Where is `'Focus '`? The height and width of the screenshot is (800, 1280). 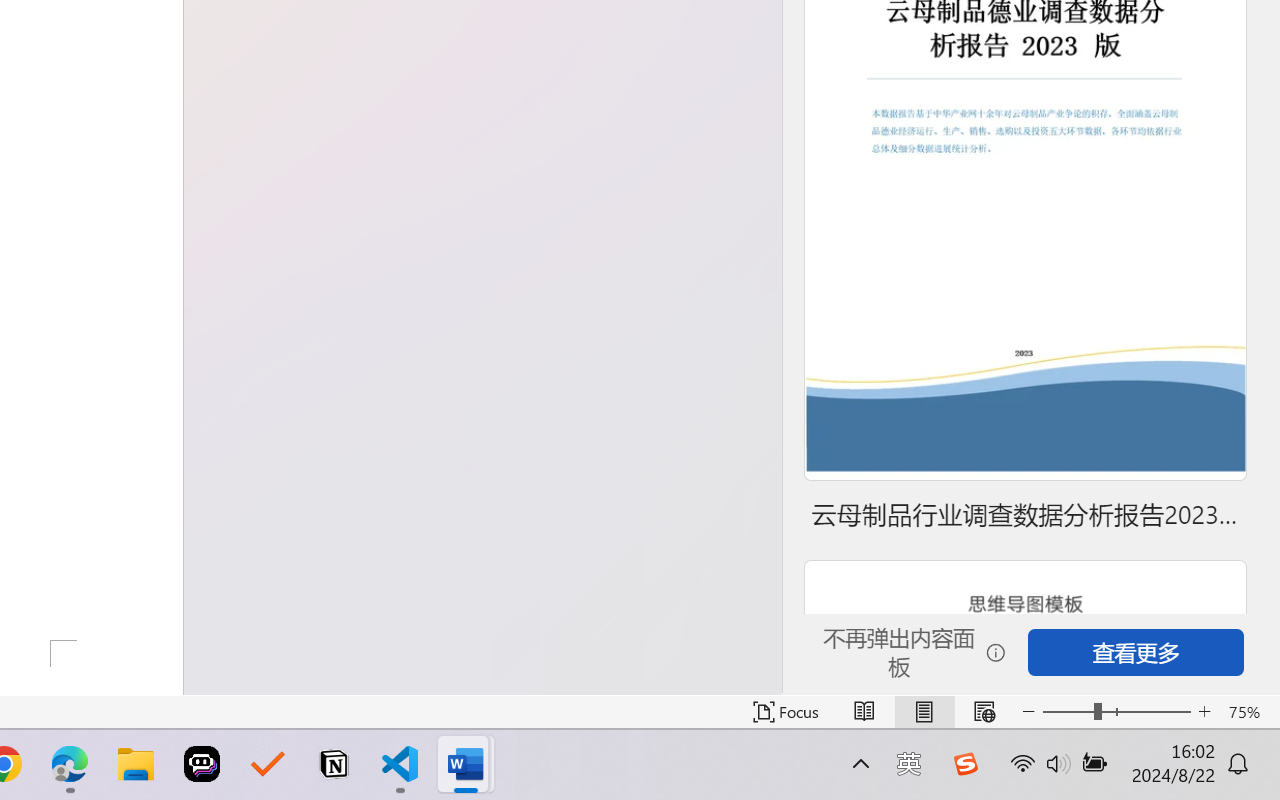
'Focus ' is located at coordinates (785, 711).